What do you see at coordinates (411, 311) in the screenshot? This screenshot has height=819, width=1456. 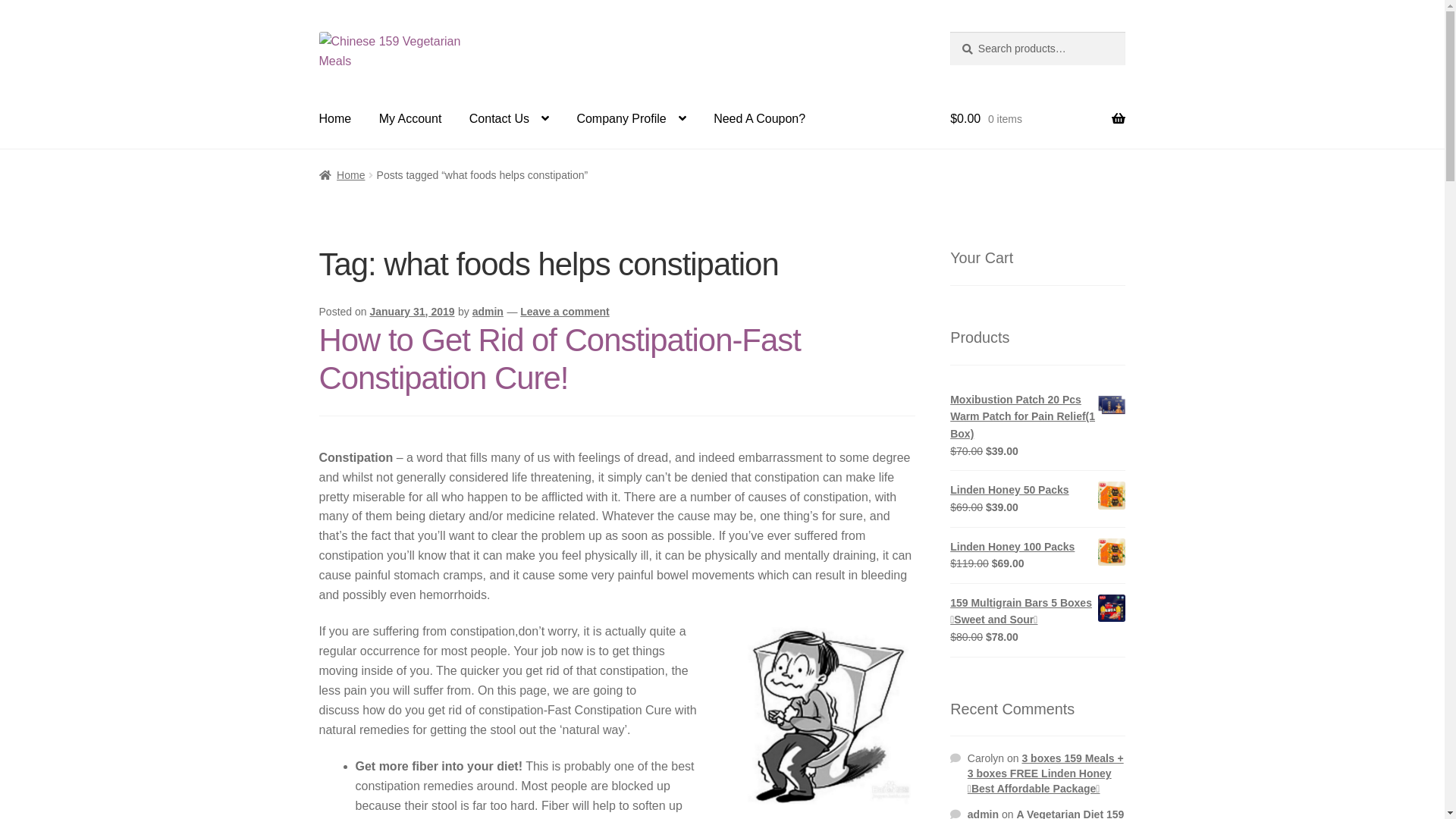 I see `'January 31, 2019'` at bounding box center [411, 311].